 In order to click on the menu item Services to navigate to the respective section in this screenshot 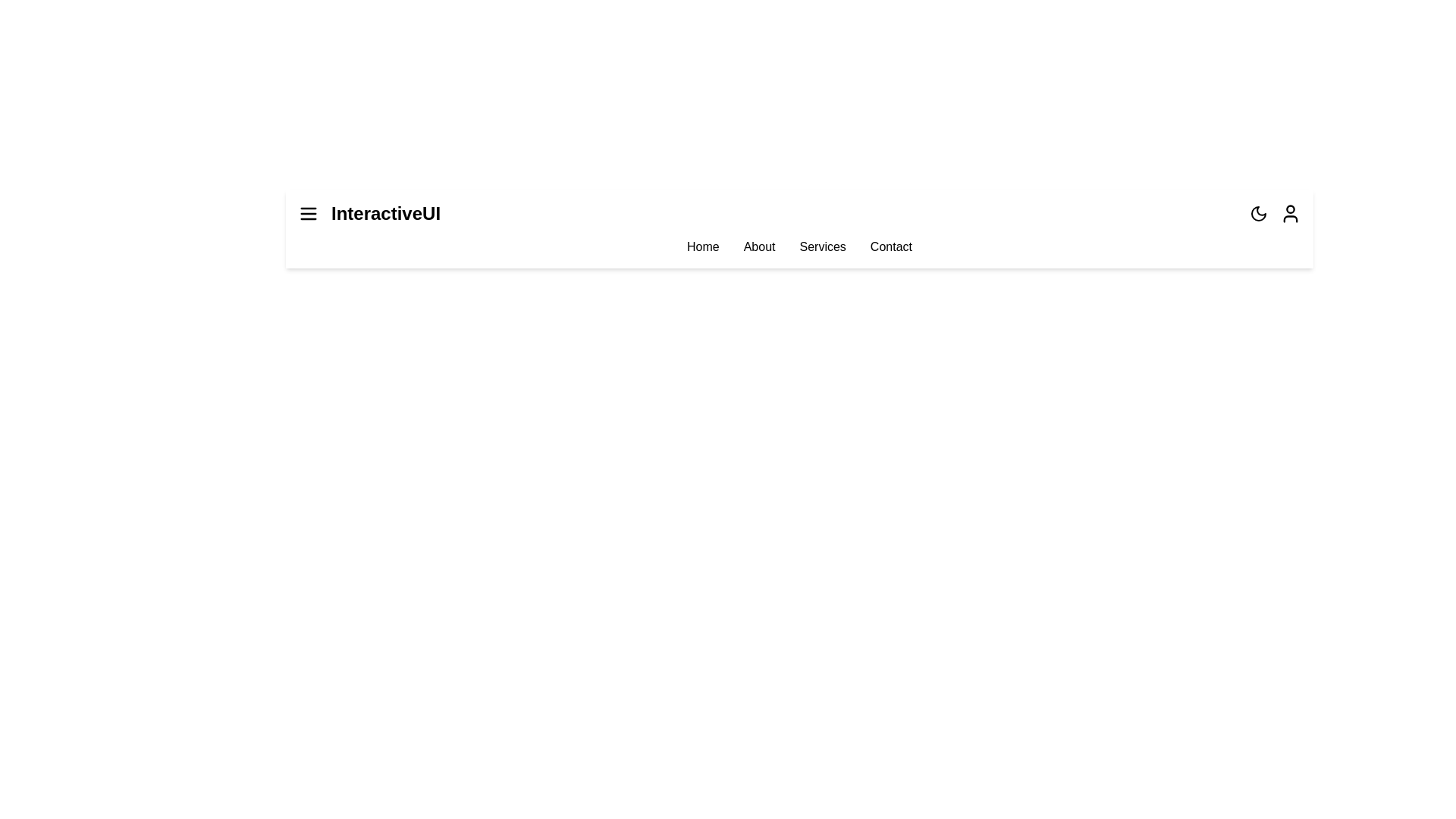, I will do `click(821, 246)`.